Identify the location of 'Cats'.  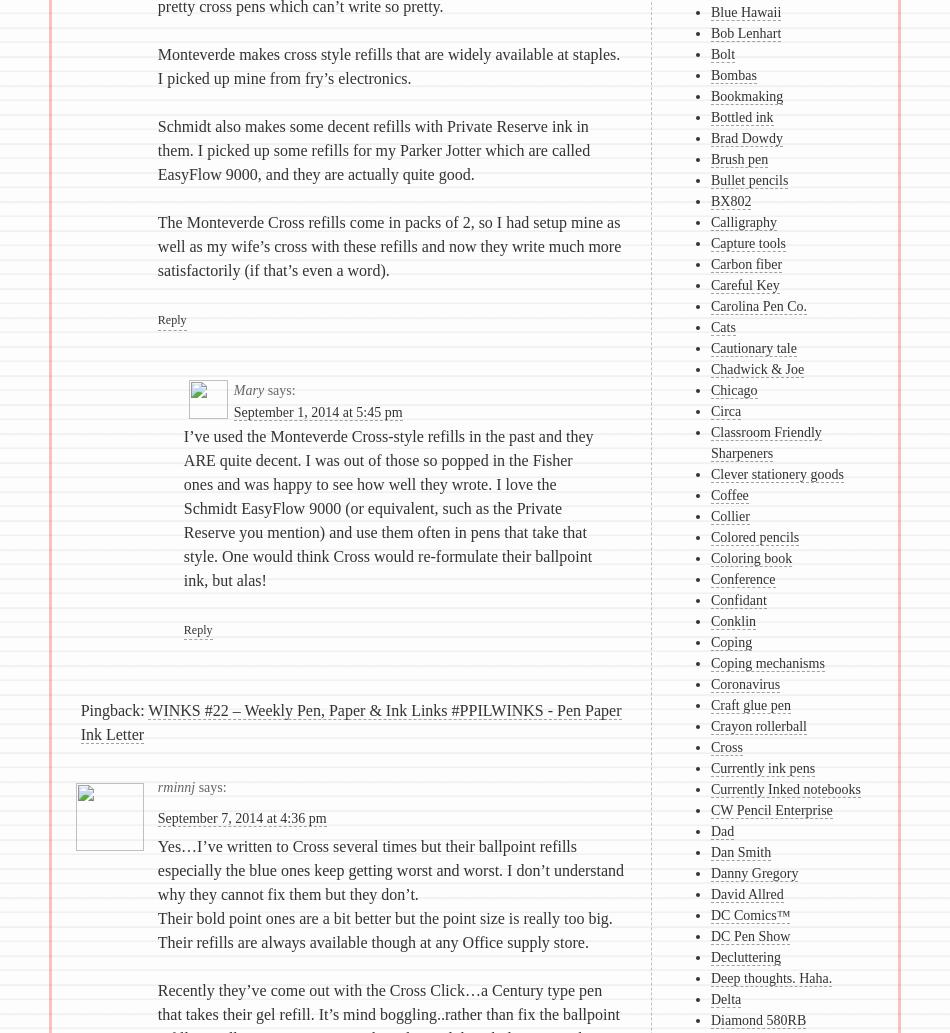
(710, 326).